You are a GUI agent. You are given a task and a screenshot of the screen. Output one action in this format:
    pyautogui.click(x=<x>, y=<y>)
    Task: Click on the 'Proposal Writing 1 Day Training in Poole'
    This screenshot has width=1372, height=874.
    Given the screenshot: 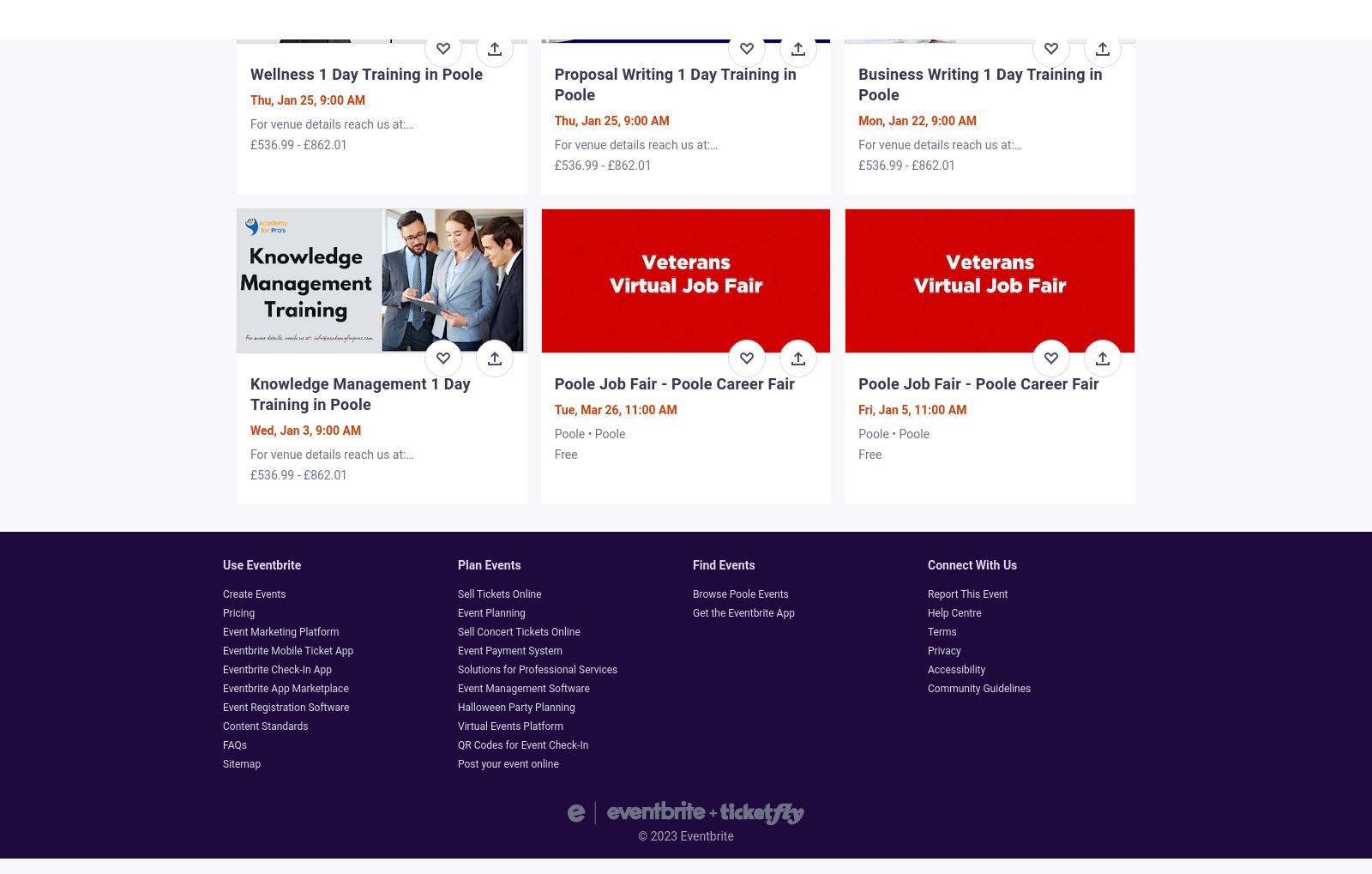 What is the action you would take?
    pyautogui.click(x=675, y=82)
    